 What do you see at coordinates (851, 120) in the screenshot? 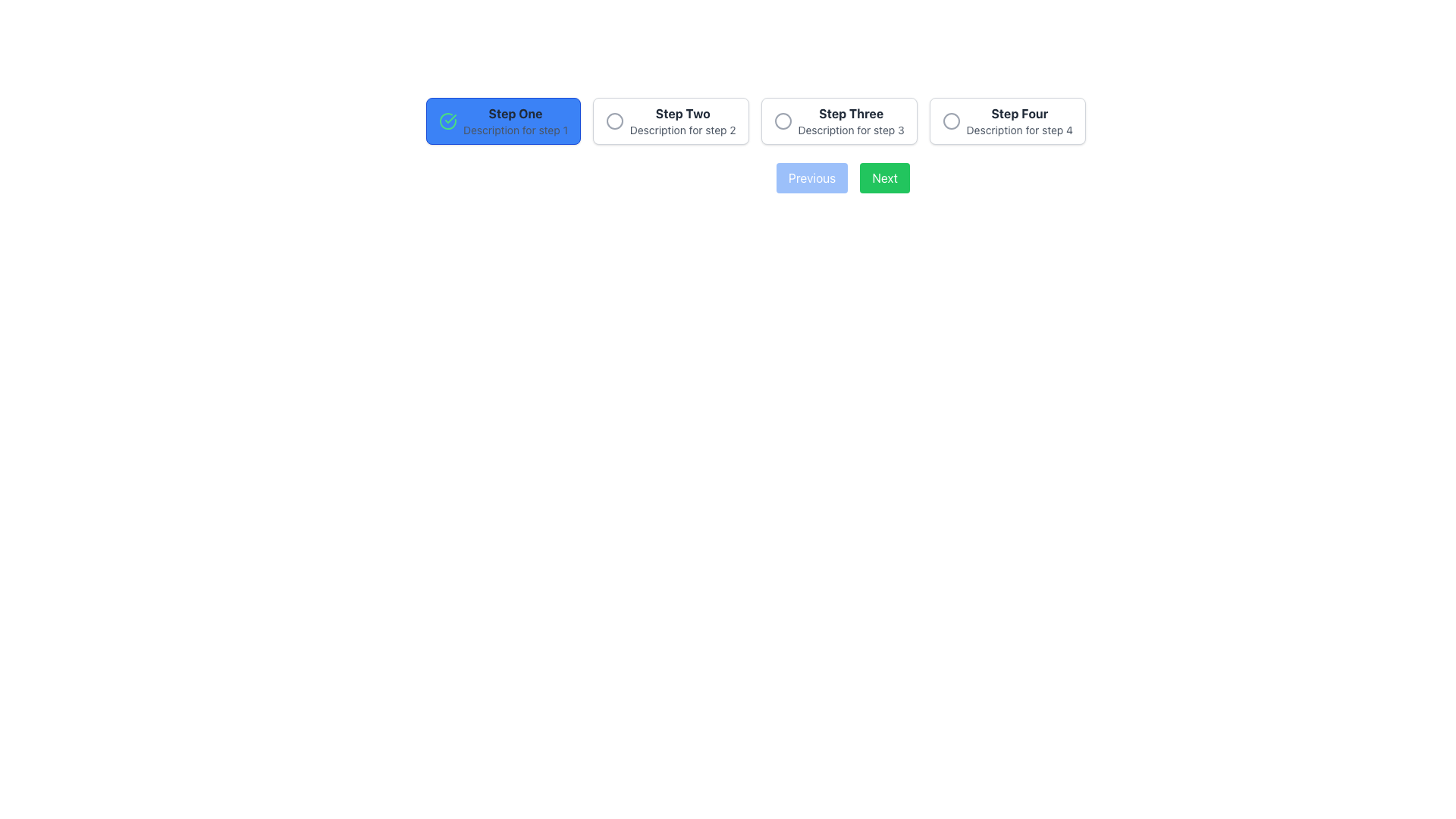
I see `the third step indicator in the multi-step process navigation for keyboard navigation` at bounding box center [851, 120].